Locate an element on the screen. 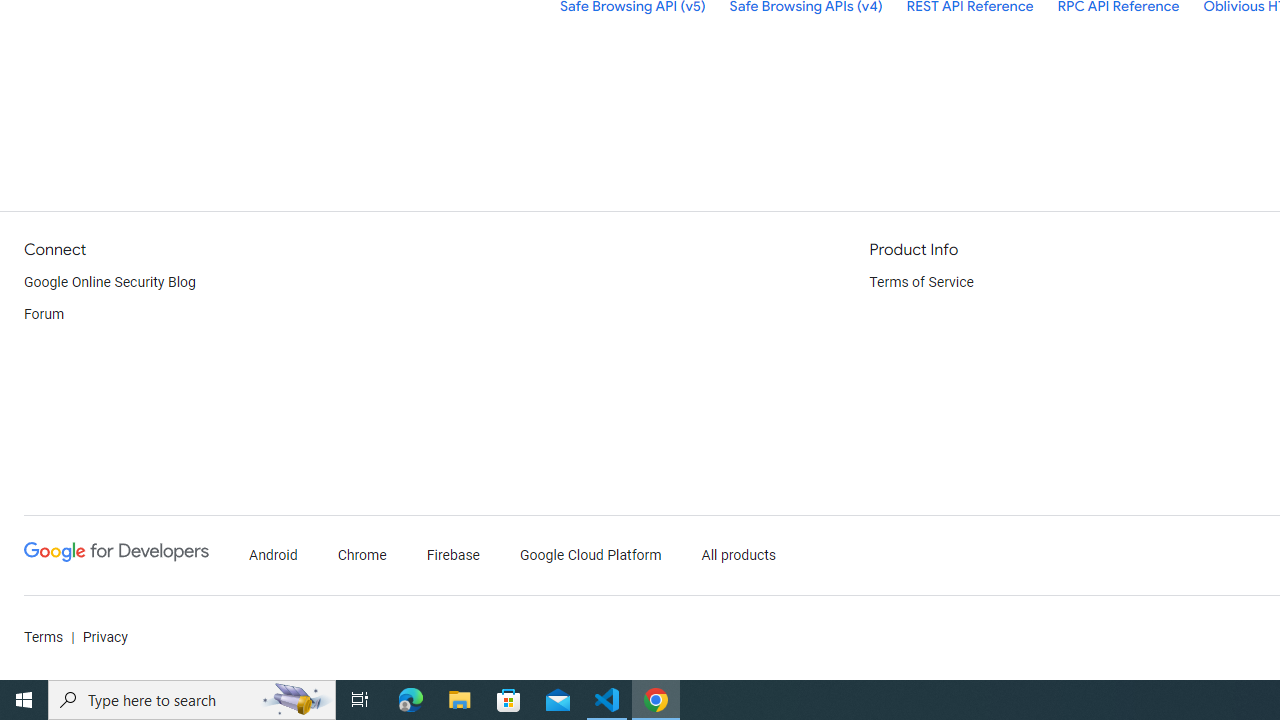 This screenshot has width=1280, height=720. 'All products' is located at coordinates (738, 555).